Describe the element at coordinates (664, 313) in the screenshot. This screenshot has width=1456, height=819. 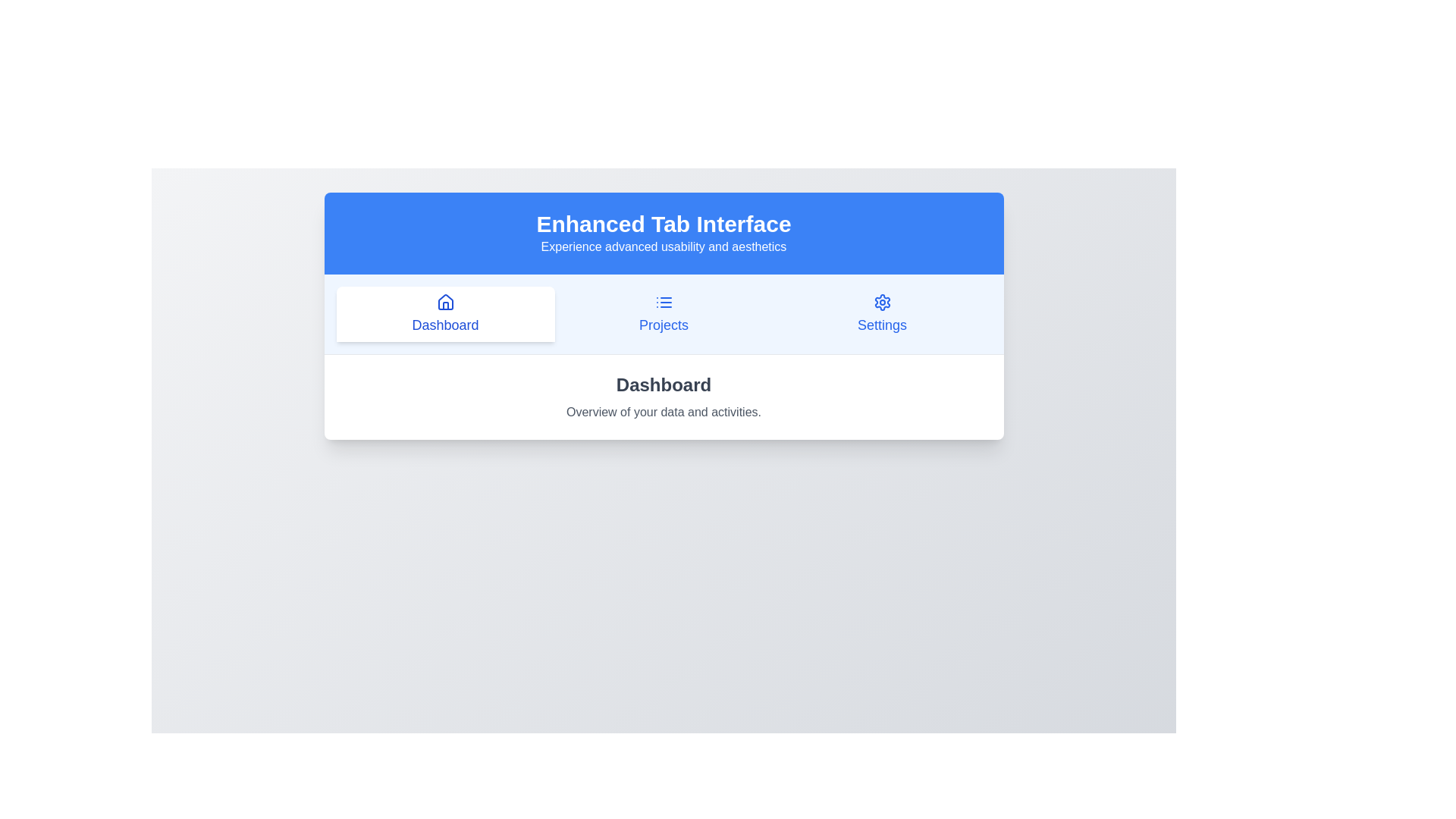
I see `the Projects tab` at that location.